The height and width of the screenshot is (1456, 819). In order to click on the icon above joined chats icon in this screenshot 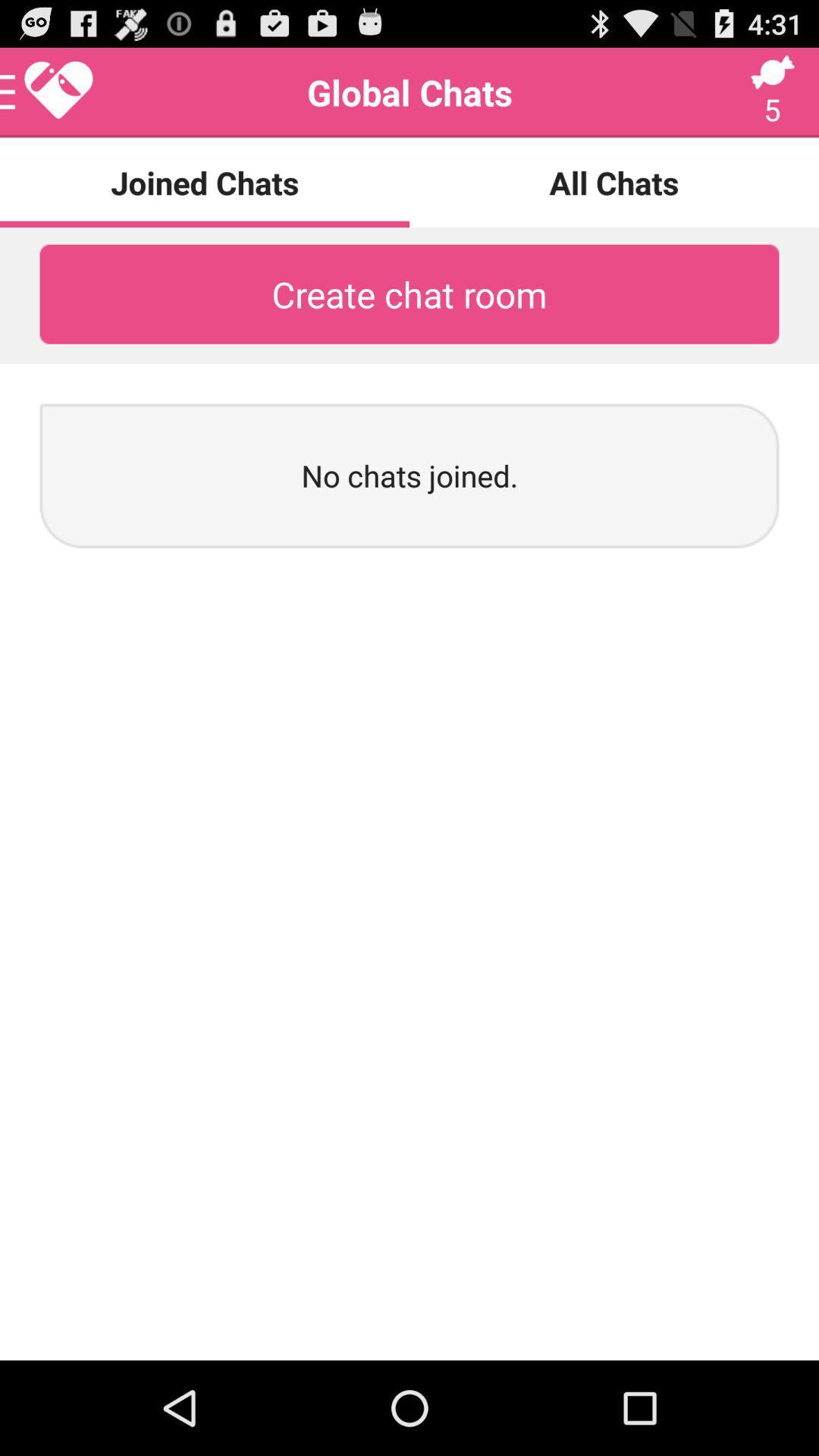, I will do `click(46, 92)`.